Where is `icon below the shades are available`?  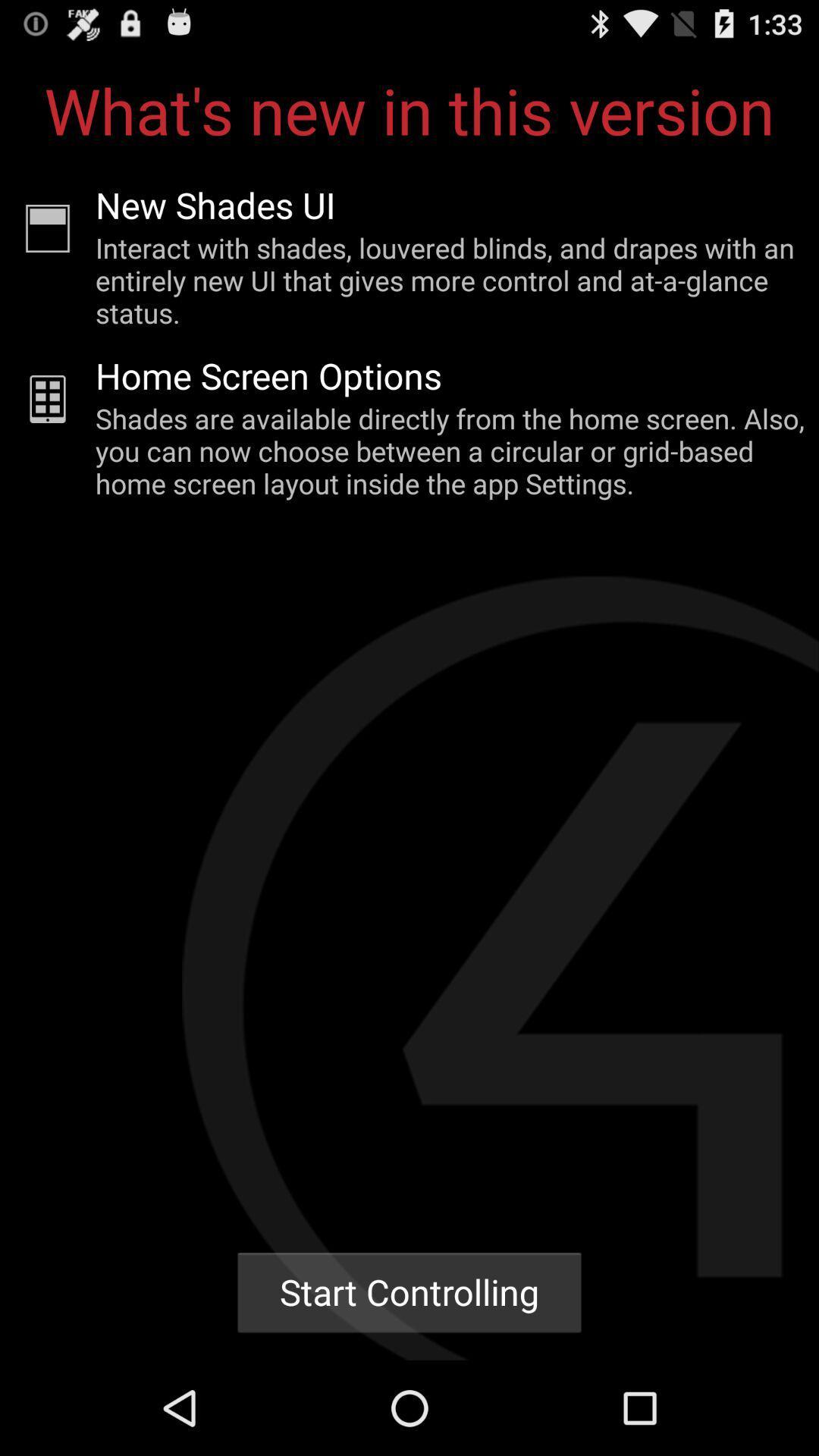
icon below the shades are available is located at coordinates (409, 1291).